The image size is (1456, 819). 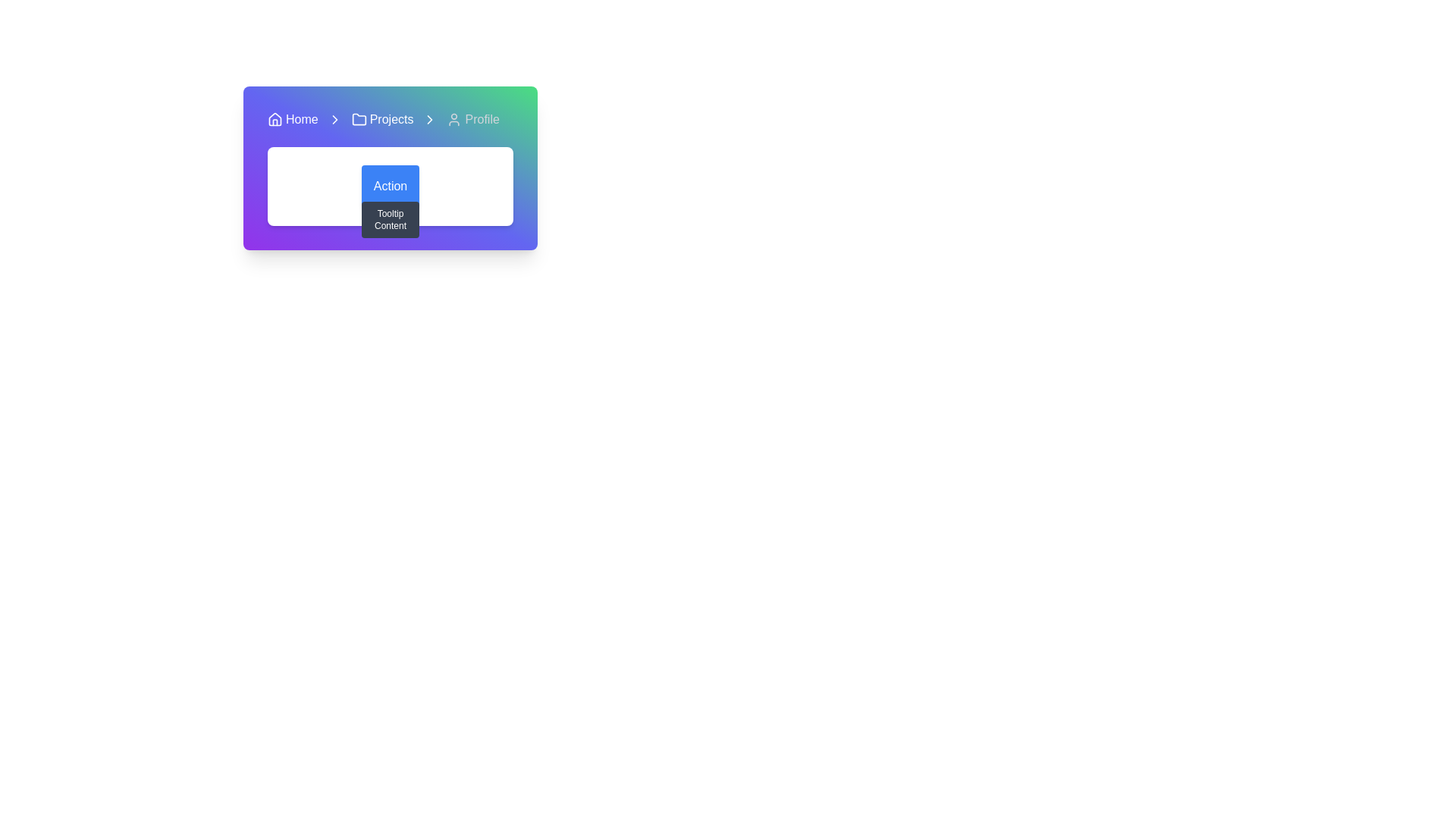 What do you see at coordinates (334, 119) in the screenshot?
I see `the minimalistic right-pointing chevron icon located in the navigation bar between 'Home' and 'Projects'` at bounding box center [334, 119].